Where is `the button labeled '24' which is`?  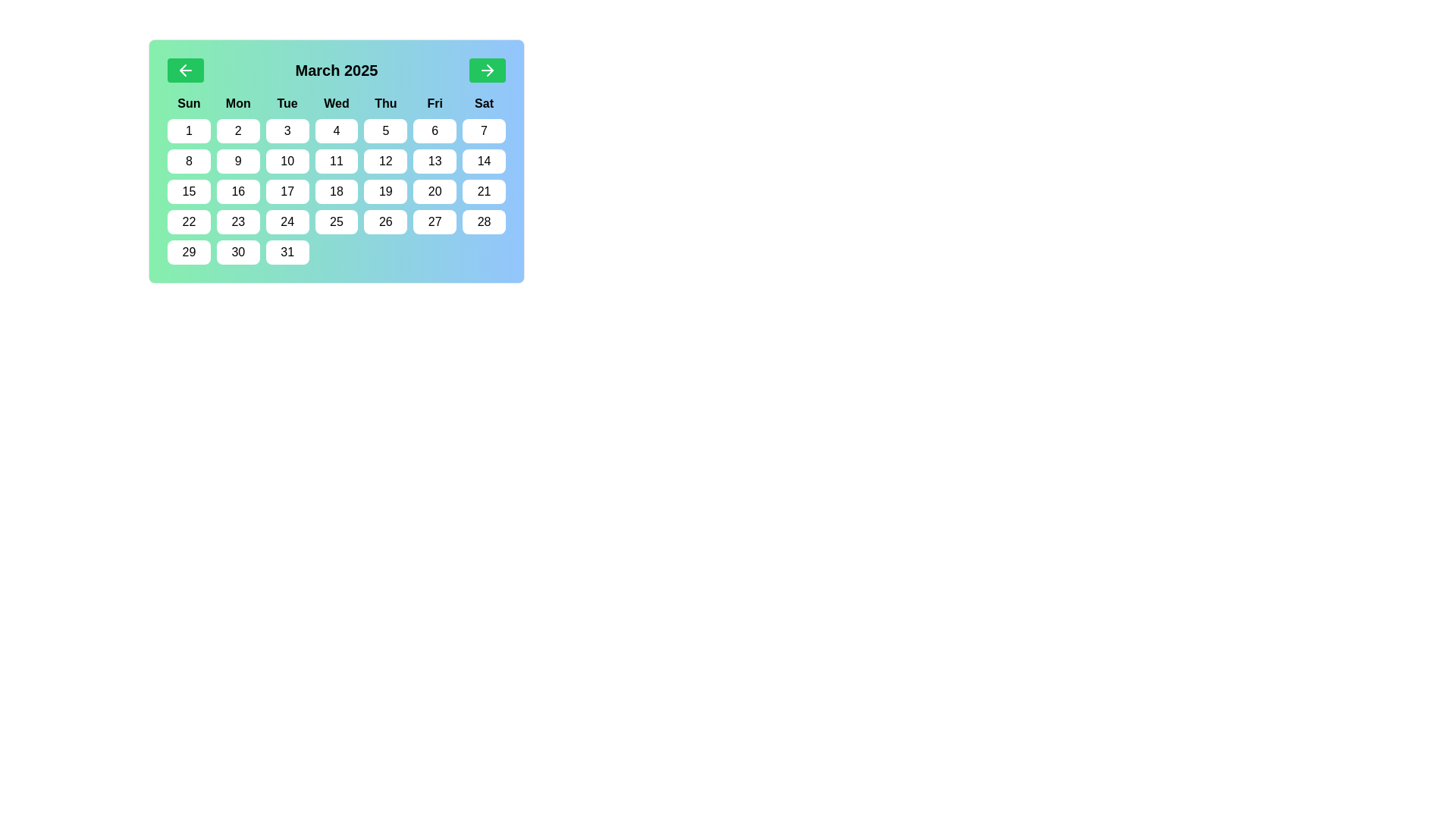
the button labeled '24' which is is located at coordinates (287, 222).